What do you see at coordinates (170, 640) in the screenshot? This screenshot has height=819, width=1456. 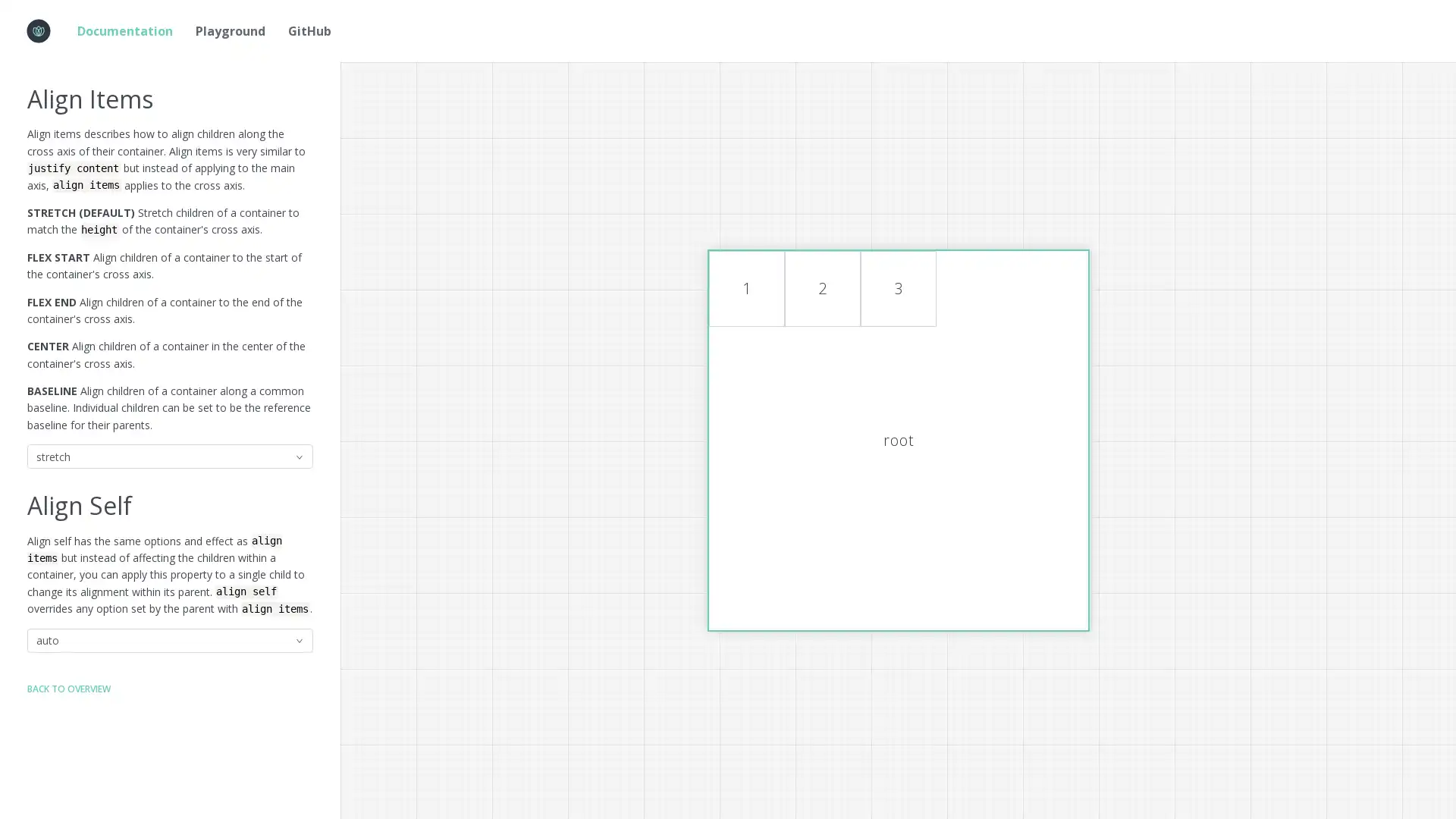 I see `auto` at bounding box center [170, 640].